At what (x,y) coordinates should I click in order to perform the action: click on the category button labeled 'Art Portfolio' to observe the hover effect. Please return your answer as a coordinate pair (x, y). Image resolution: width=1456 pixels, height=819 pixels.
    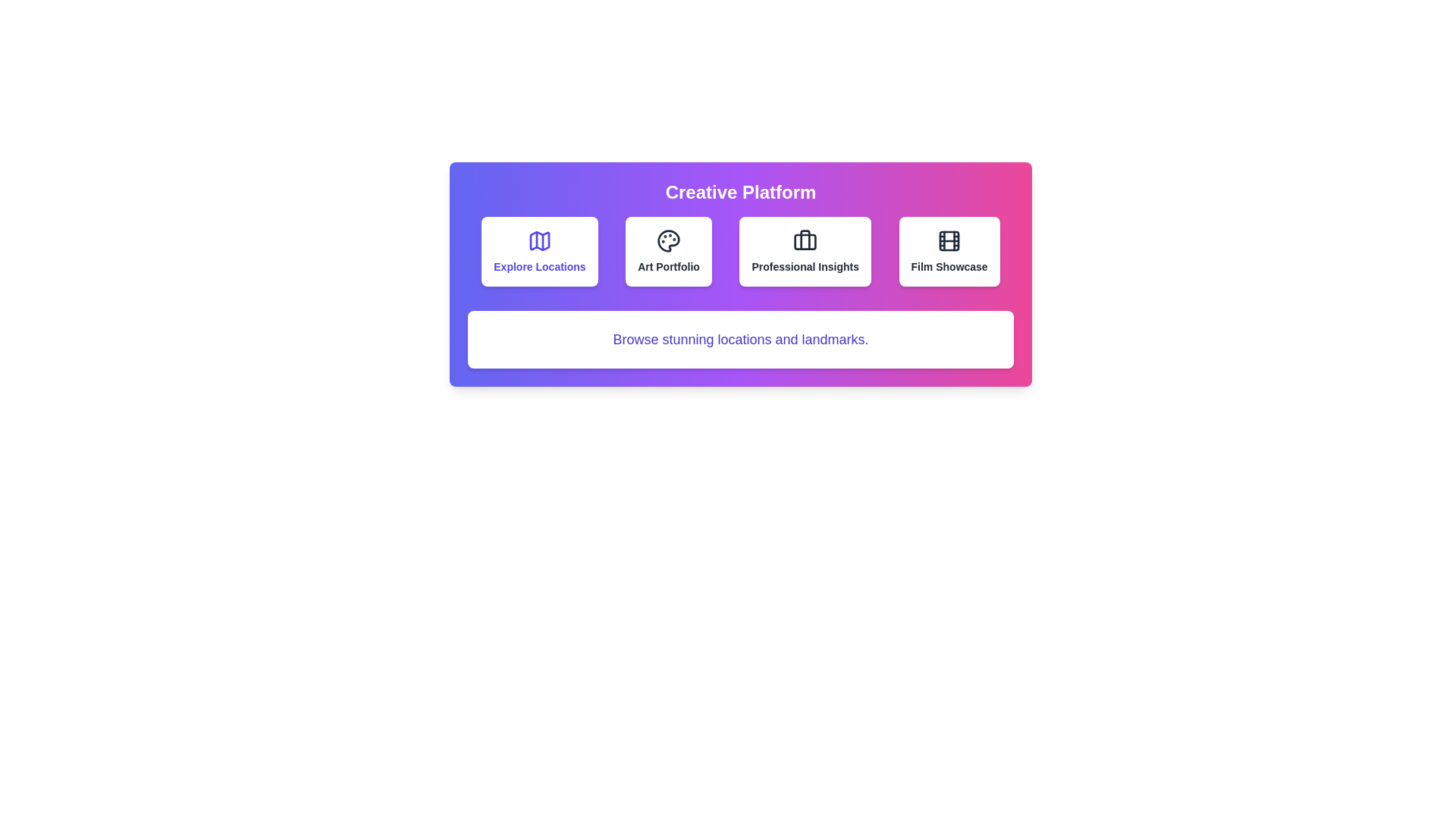
    Looking at the image, I should click on (668, 250).